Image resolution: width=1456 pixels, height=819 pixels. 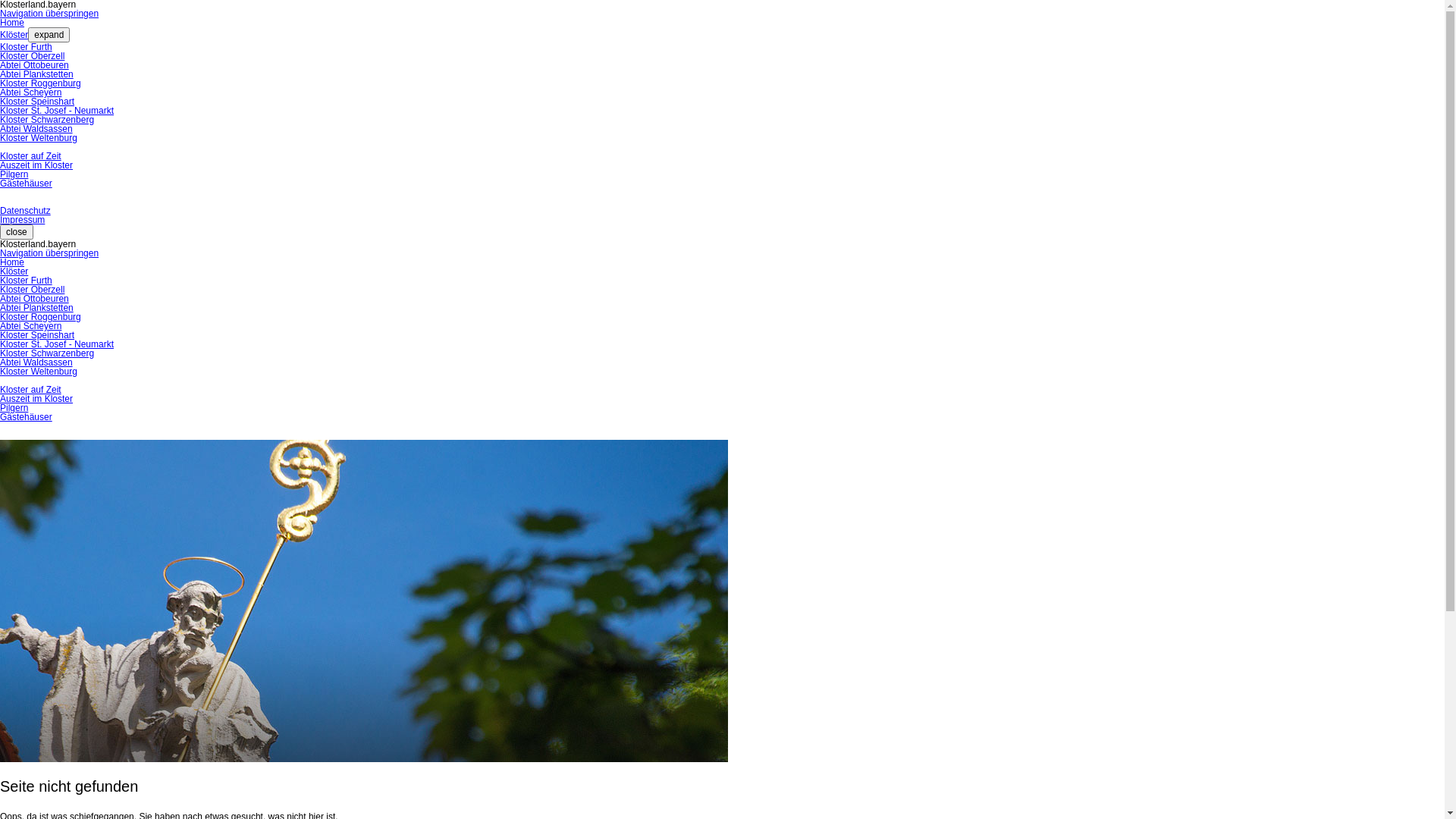 I want to click on 'Kloster Speinshart', so click(x=0, y=102).